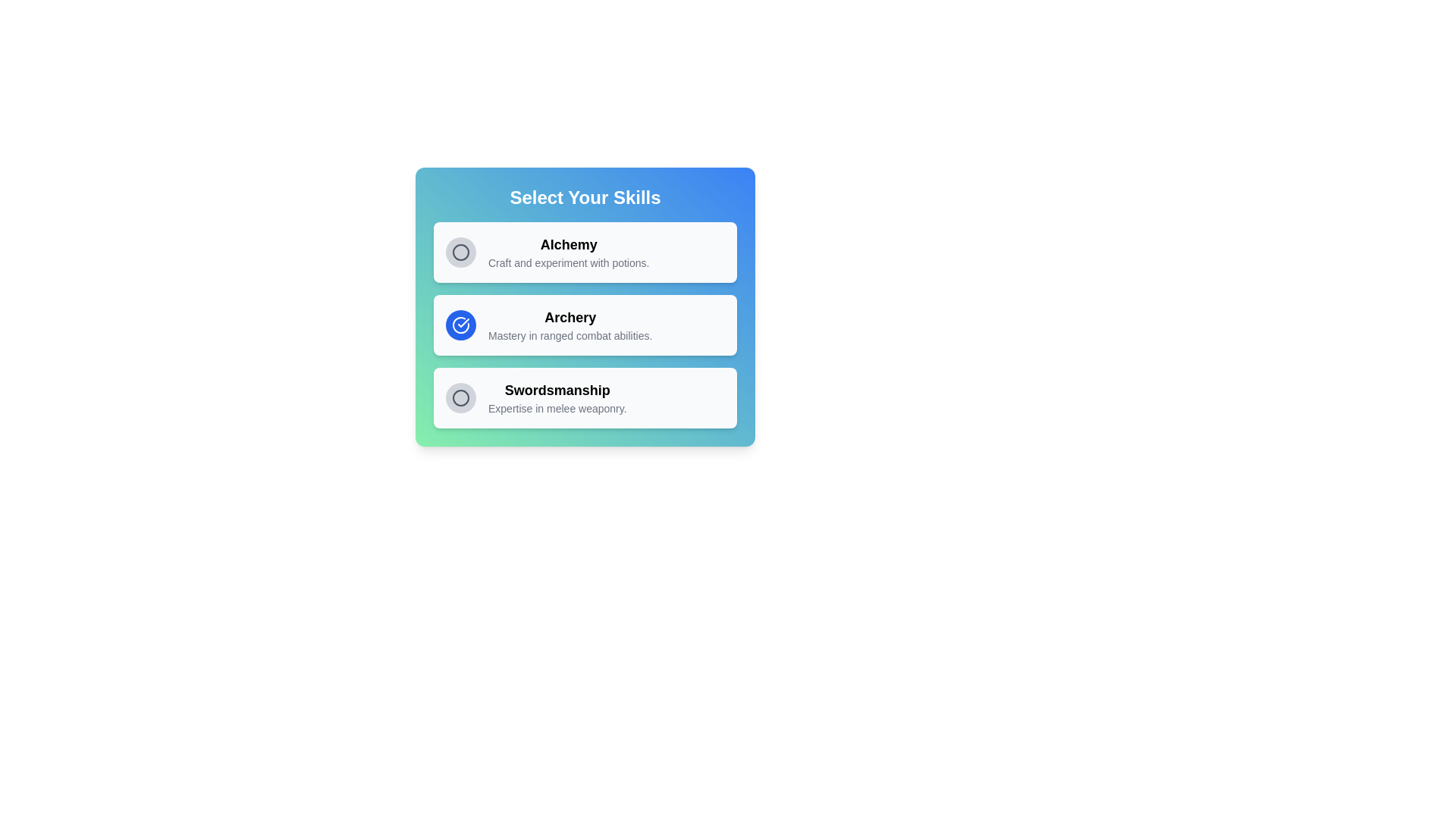 This screenshot has width=1456, height=819. What do you see at coordinates (460, 251) in the screenshot?
I see `the skill Alchemy` at bounding box center [460, 251].